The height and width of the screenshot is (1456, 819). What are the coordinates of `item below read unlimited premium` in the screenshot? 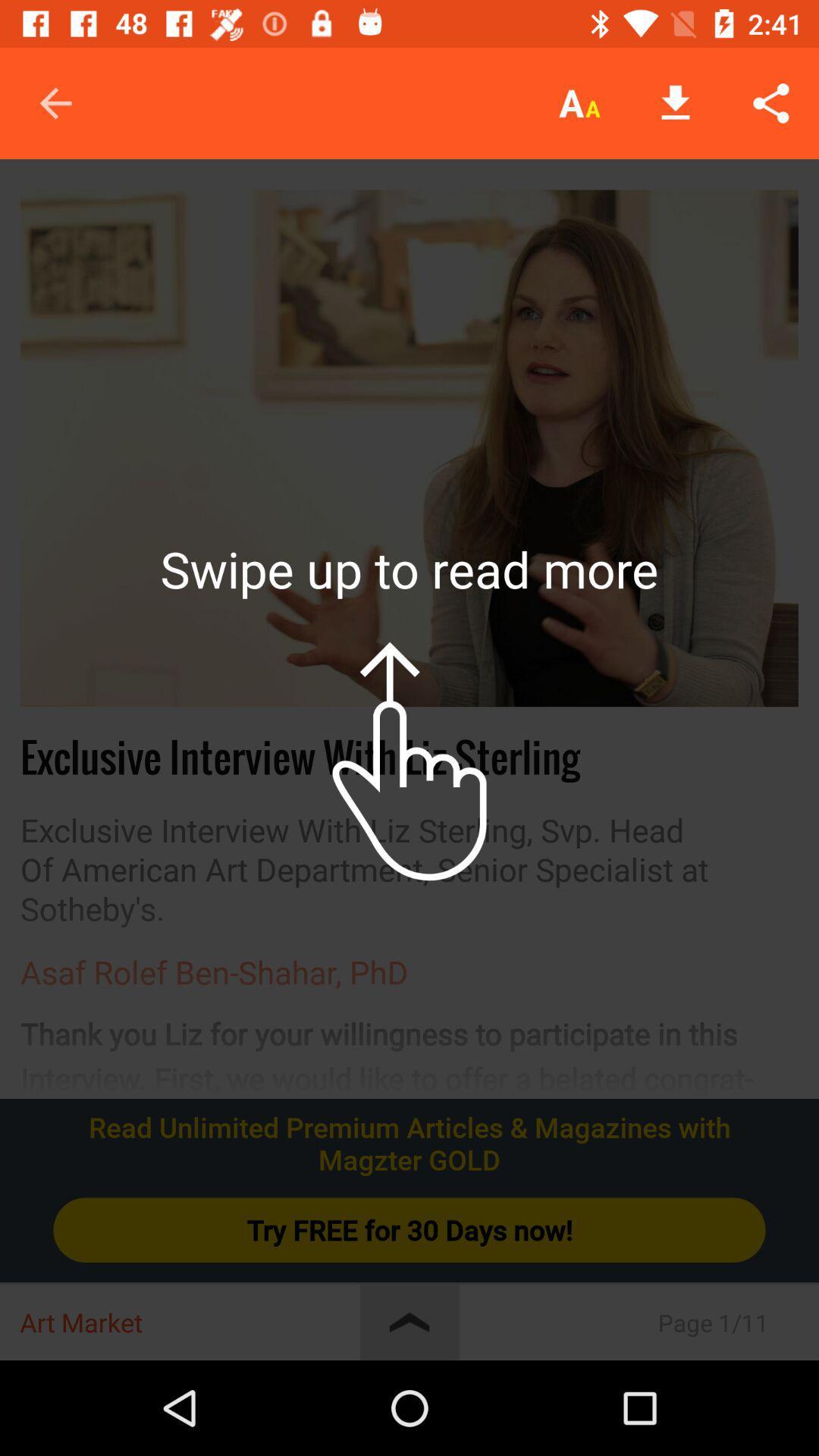 It's located at (409, 1230).